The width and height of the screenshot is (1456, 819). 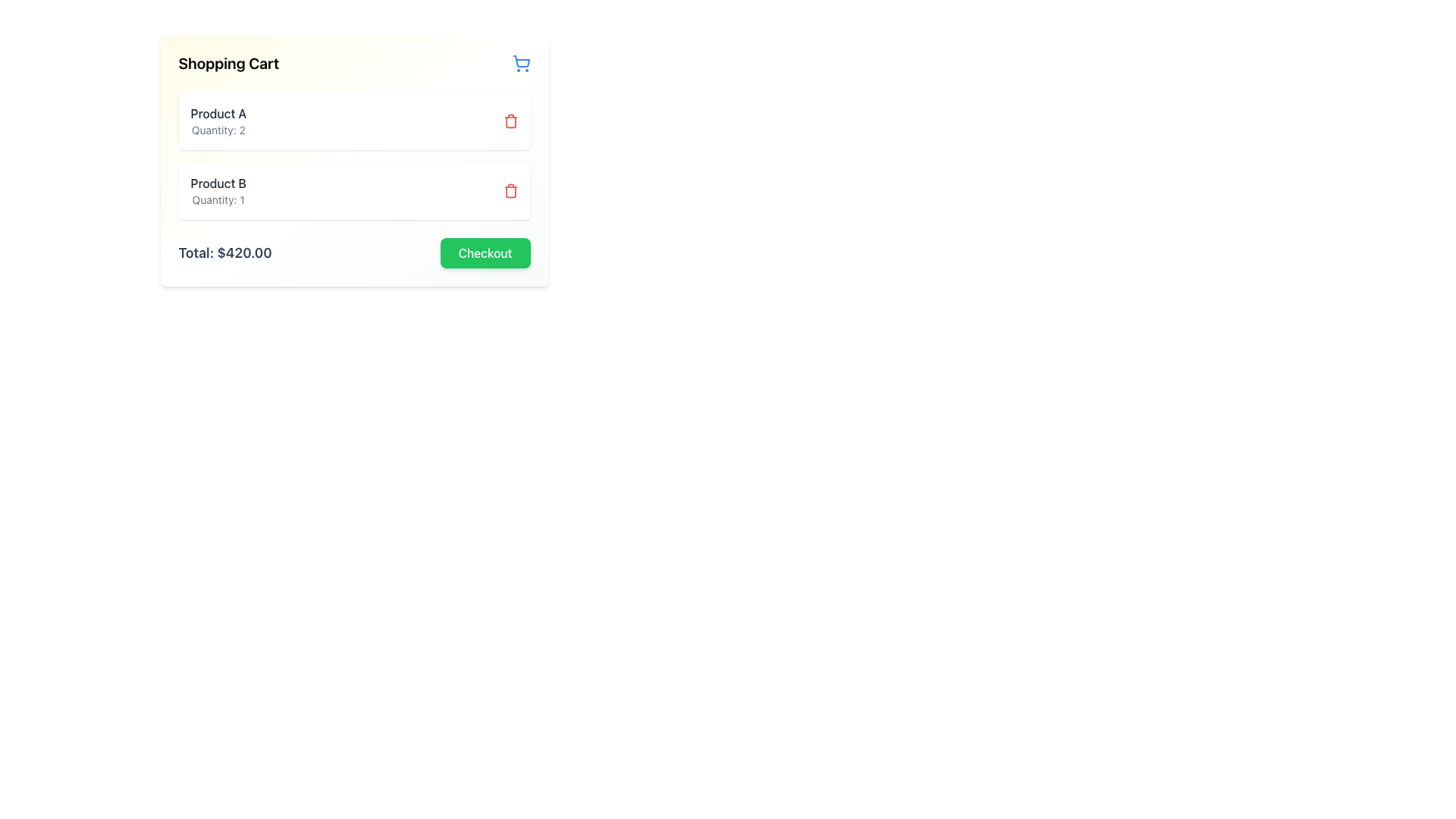 What do you see at coordinates (218, 120) in the screenshot?
I see `the text display component showing 'Product A' with subtitle 'Quantity: 2' in the shopping cart section` at bounding box center [218, 120].